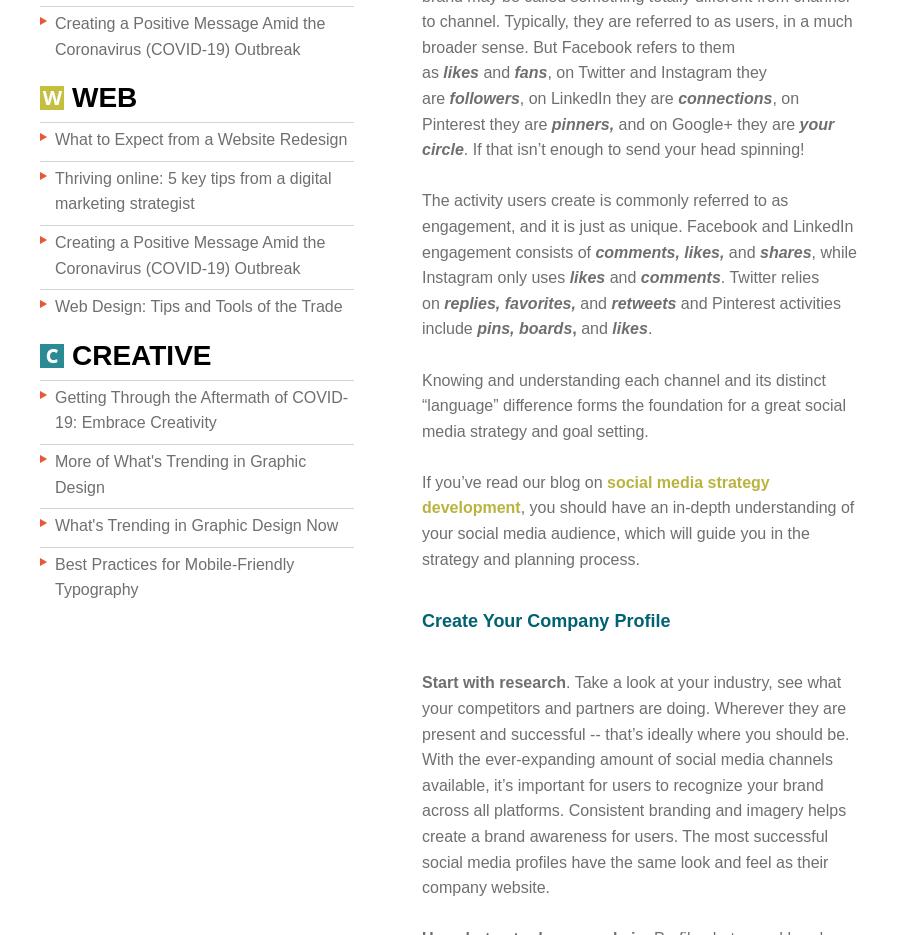 This screenshot has width=900, height=935. Describe the element at coordinates (53, 139) in the screenshot. I see `'What to Expect from a Website Redesign'` at that location.